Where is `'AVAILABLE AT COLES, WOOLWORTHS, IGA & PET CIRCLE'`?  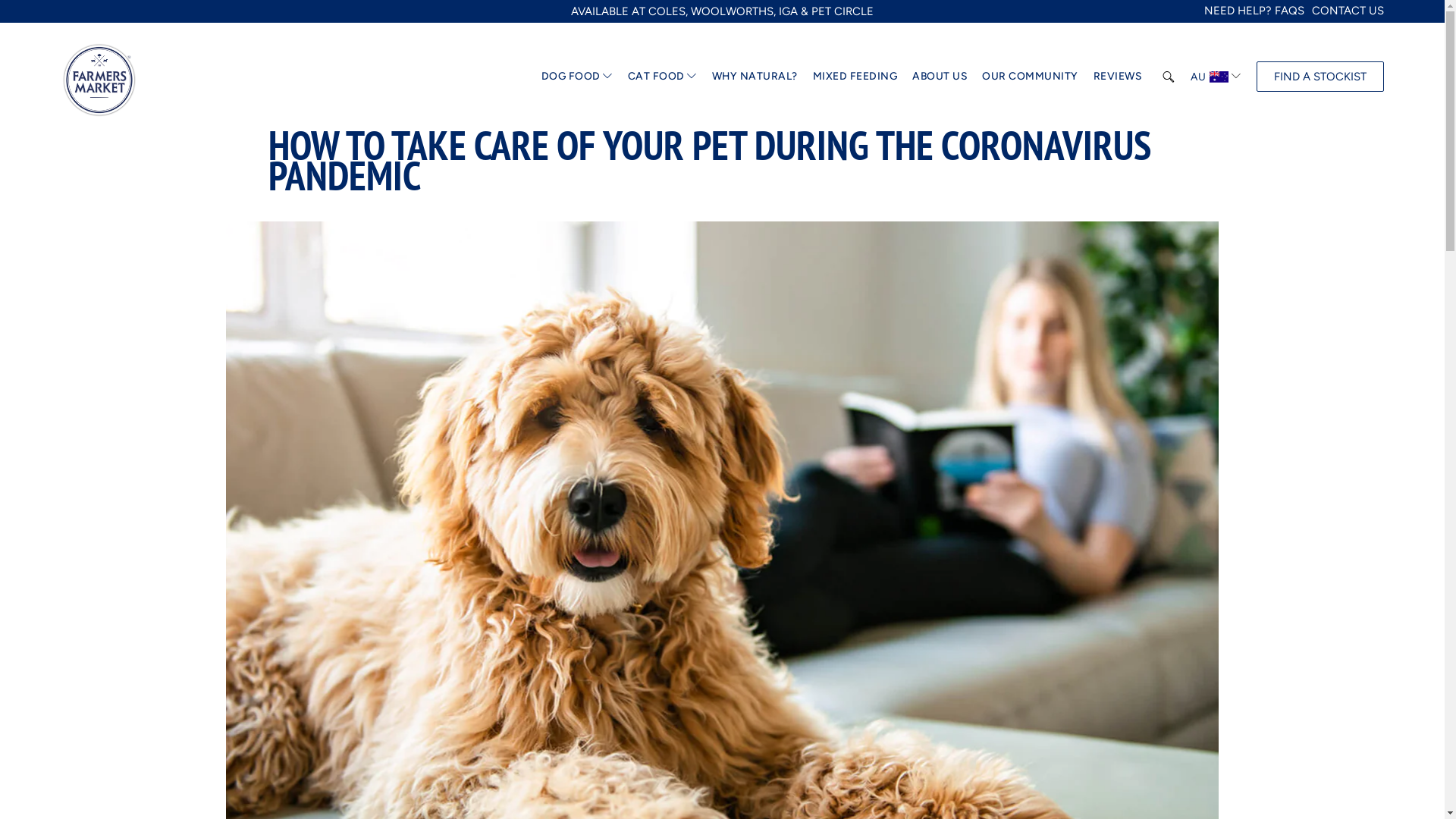 'AVAILABLE AT COLES, WOOLWORTHS, IGA & PET CIRCLE' is located at coordinates (721, 11).